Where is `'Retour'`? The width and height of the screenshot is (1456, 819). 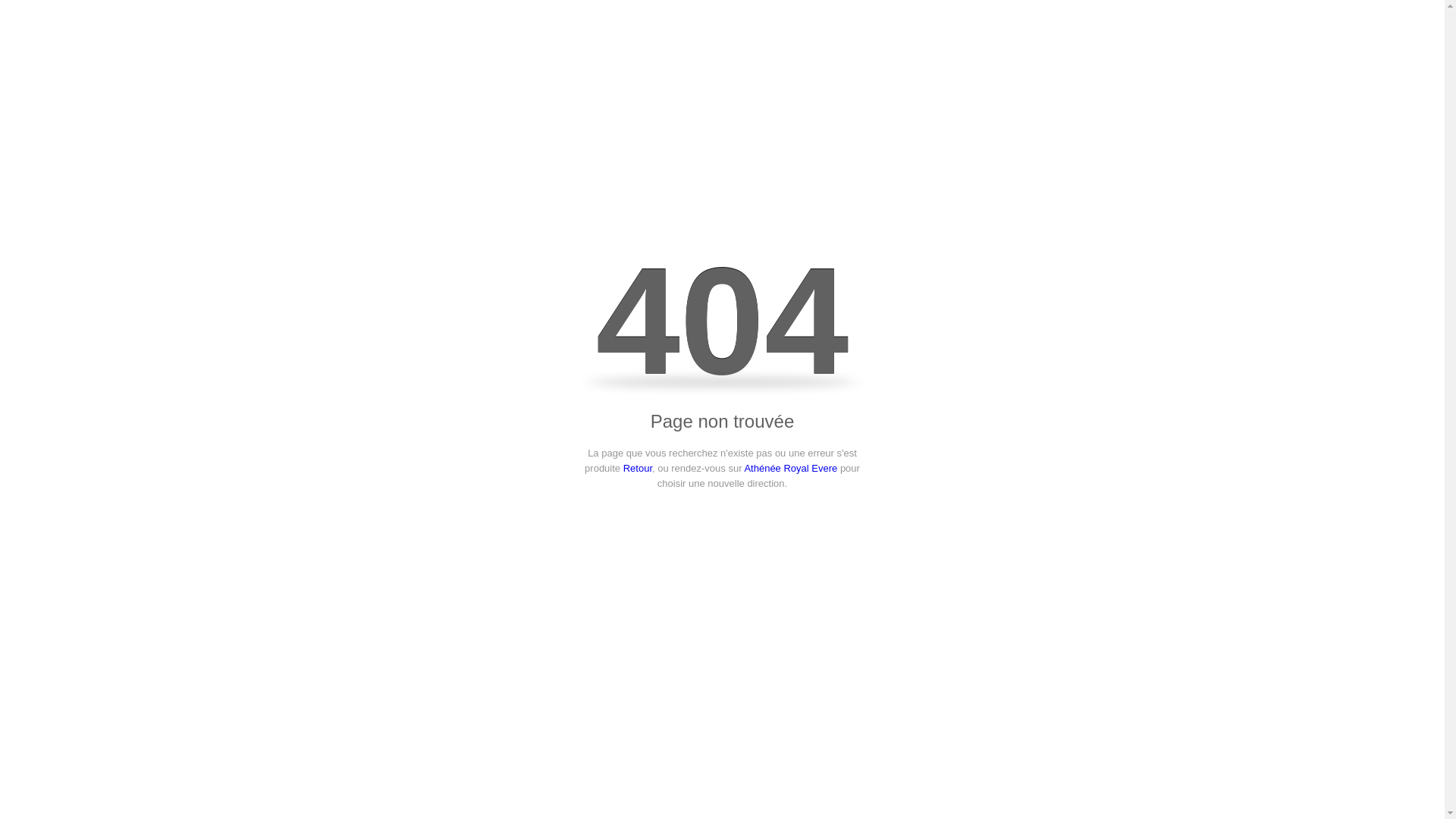 'Retour' is located at coordinates (637, 467).